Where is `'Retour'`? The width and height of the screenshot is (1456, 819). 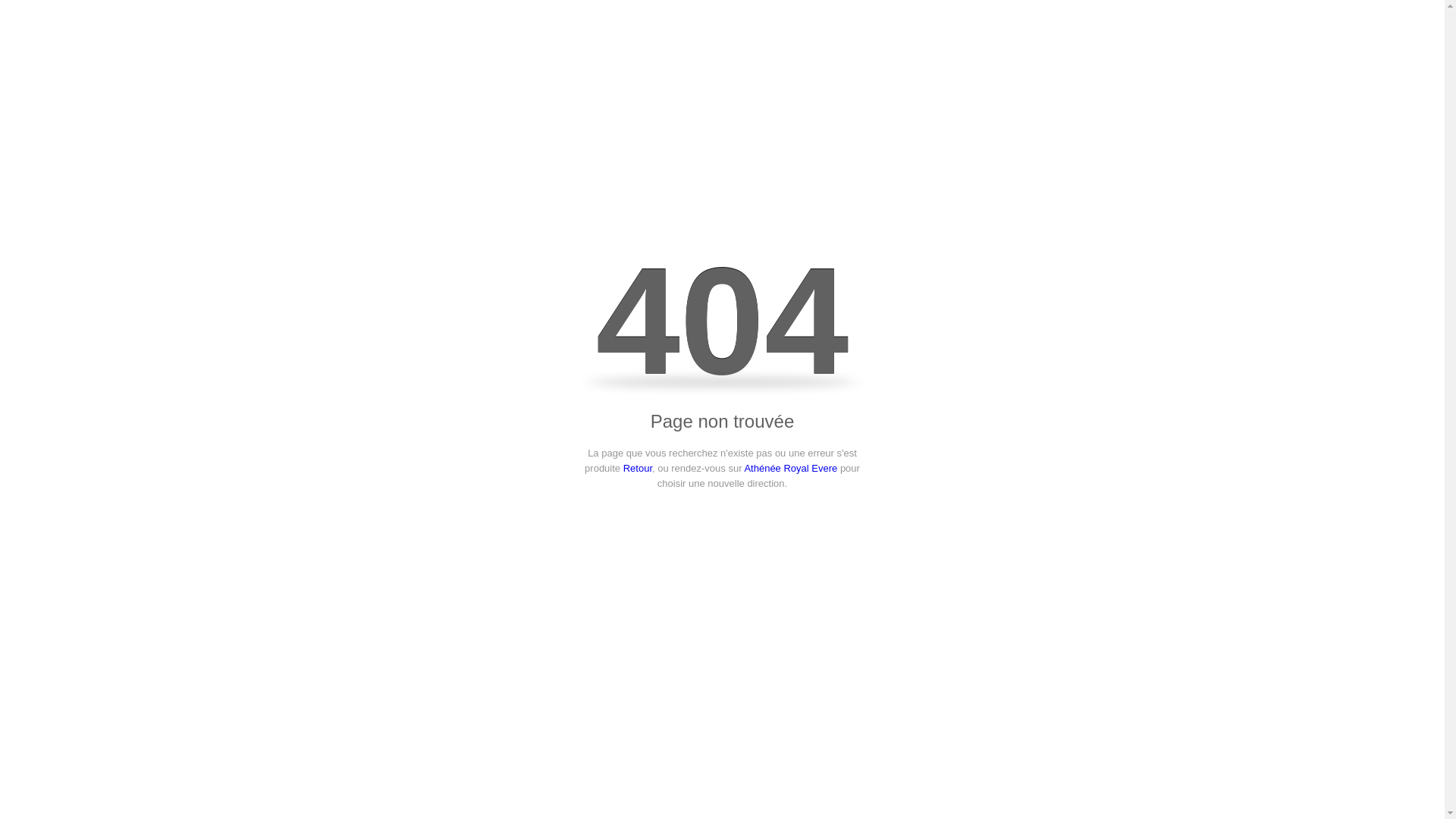 'Retour' is located at coordinates (637, 467).